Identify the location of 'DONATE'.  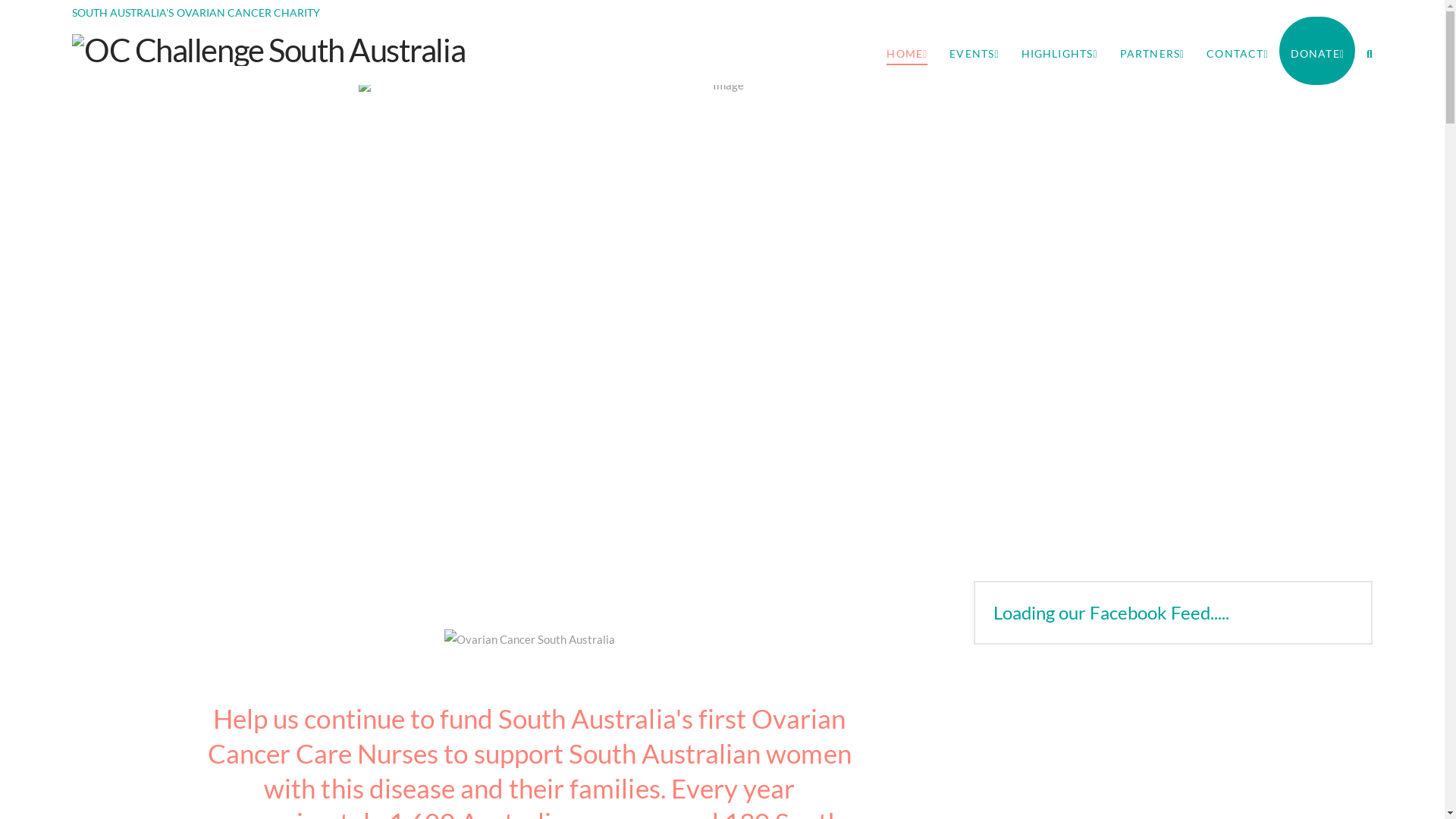
(1316, 49).